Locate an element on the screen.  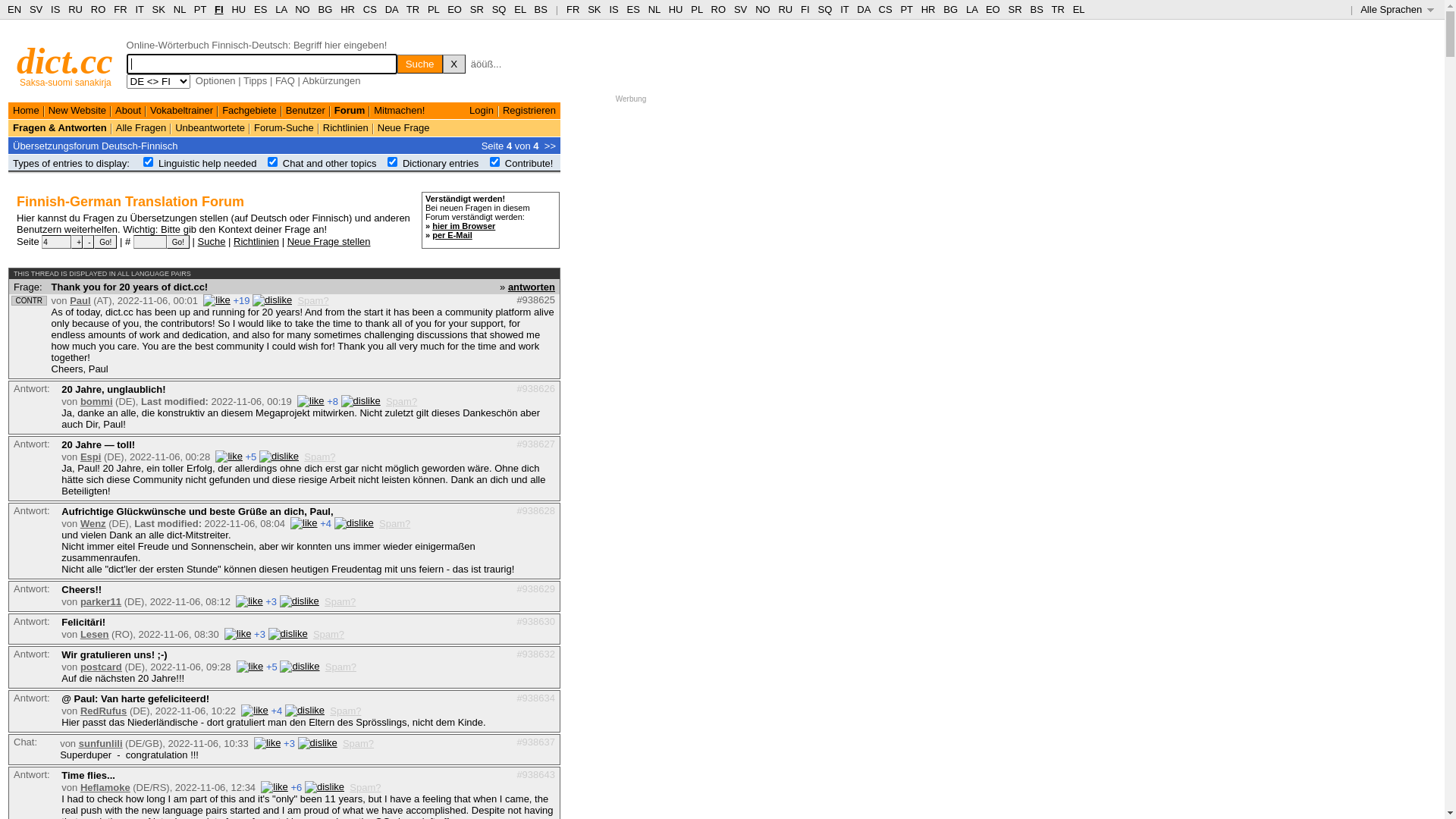
'HU' is located at coordinates (675, 9).